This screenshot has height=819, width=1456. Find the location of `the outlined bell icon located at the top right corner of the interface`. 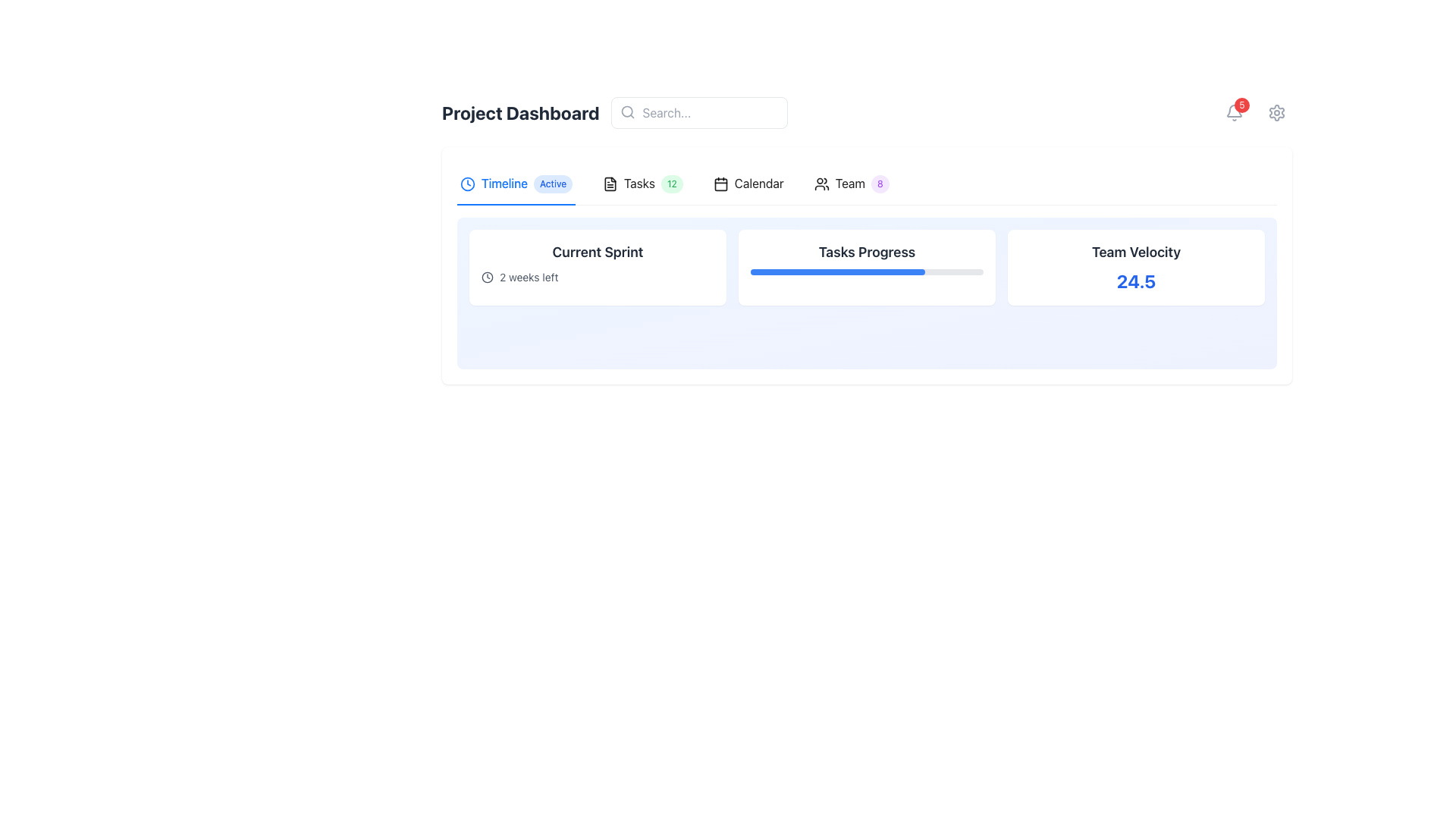

the outlined bell icon located at the top right corner of the interface is located at coordinates (1234, 112).